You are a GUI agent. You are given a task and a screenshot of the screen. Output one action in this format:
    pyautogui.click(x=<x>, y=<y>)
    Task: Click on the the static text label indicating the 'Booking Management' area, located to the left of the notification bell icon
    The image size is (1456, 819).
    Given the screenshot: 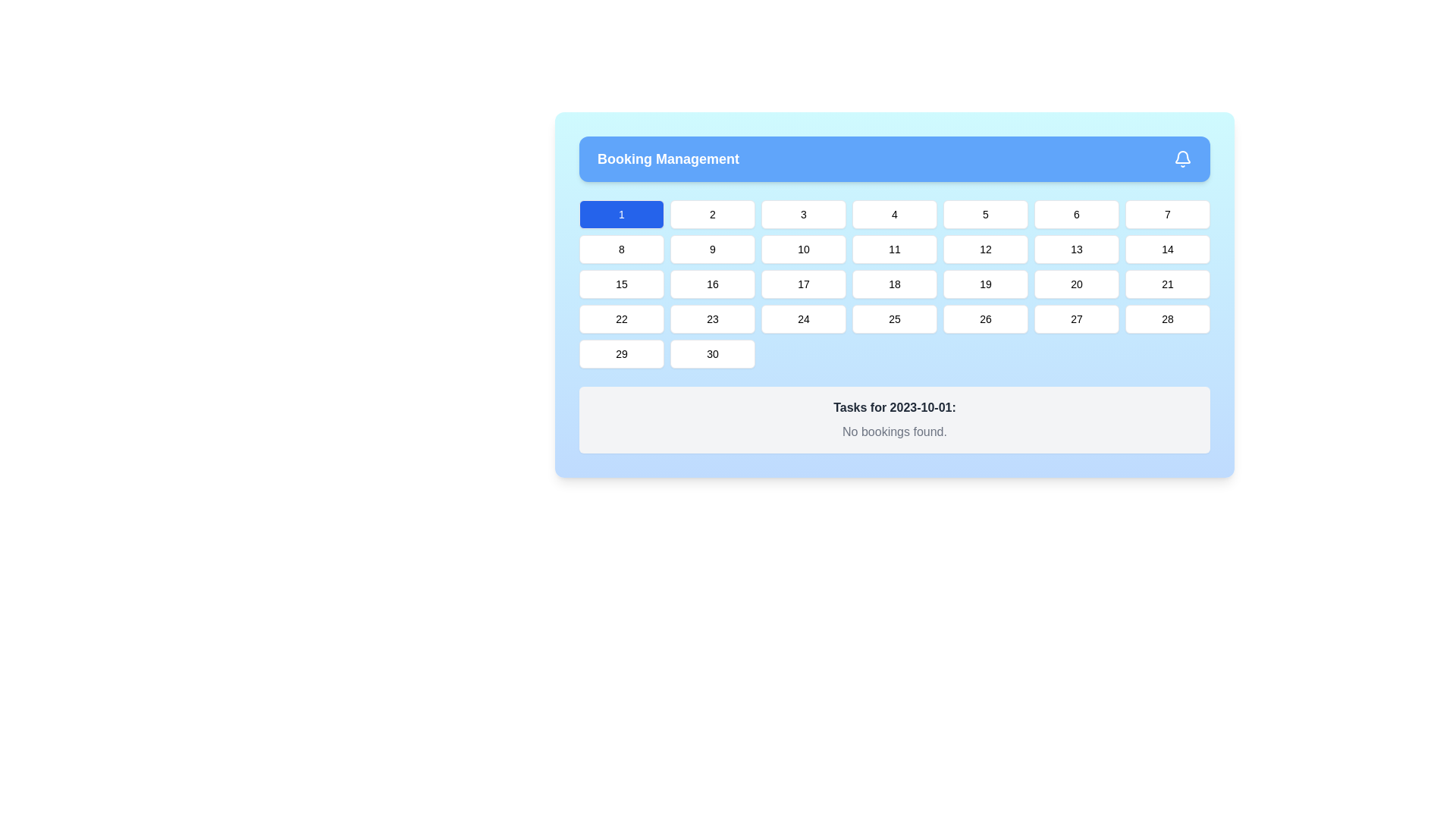 What is the action you would take?
    pyautogui.click(x=667, y=158)
    